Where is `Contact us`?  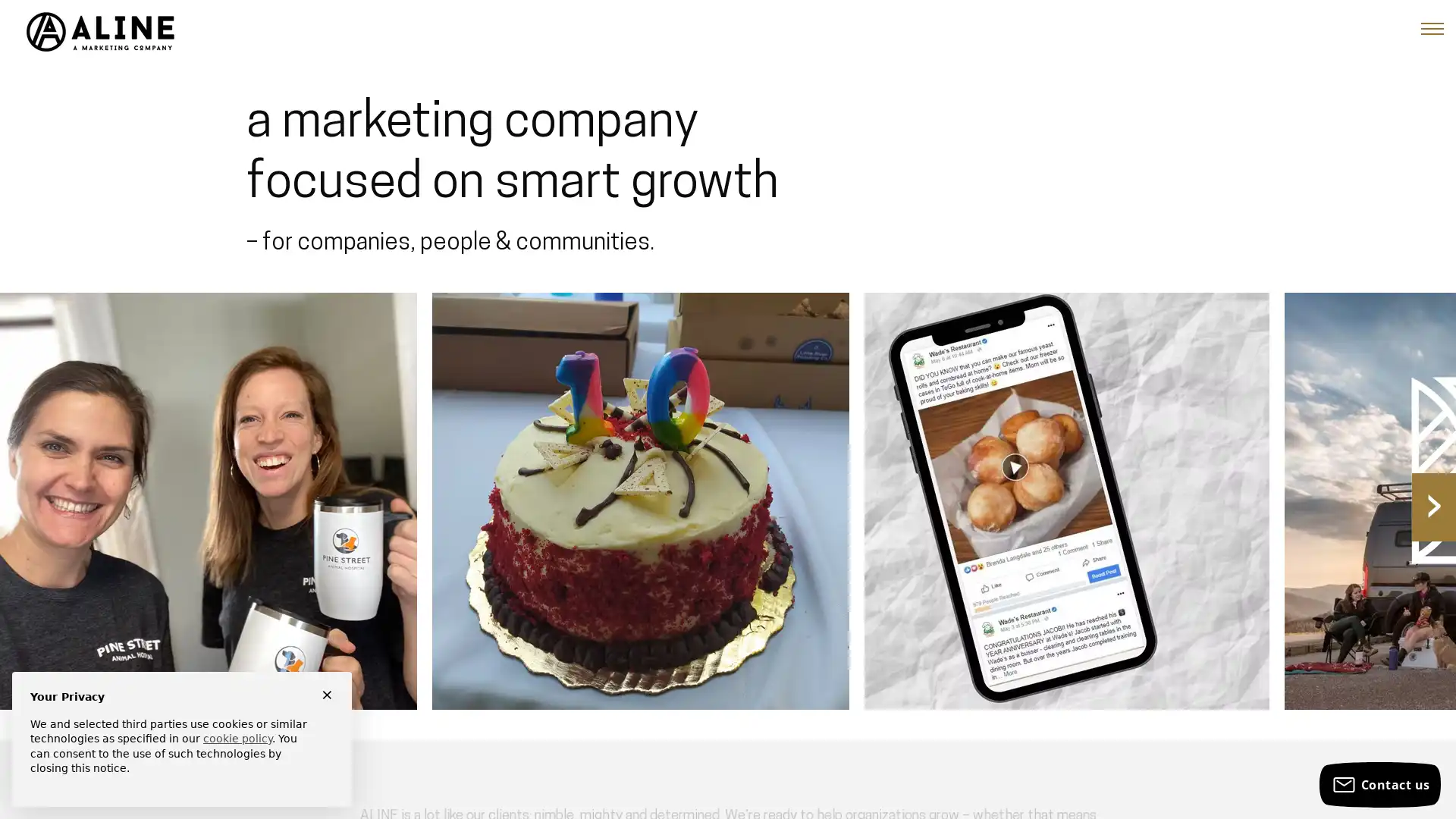
Contact us is located at coordinates (1379, 784).